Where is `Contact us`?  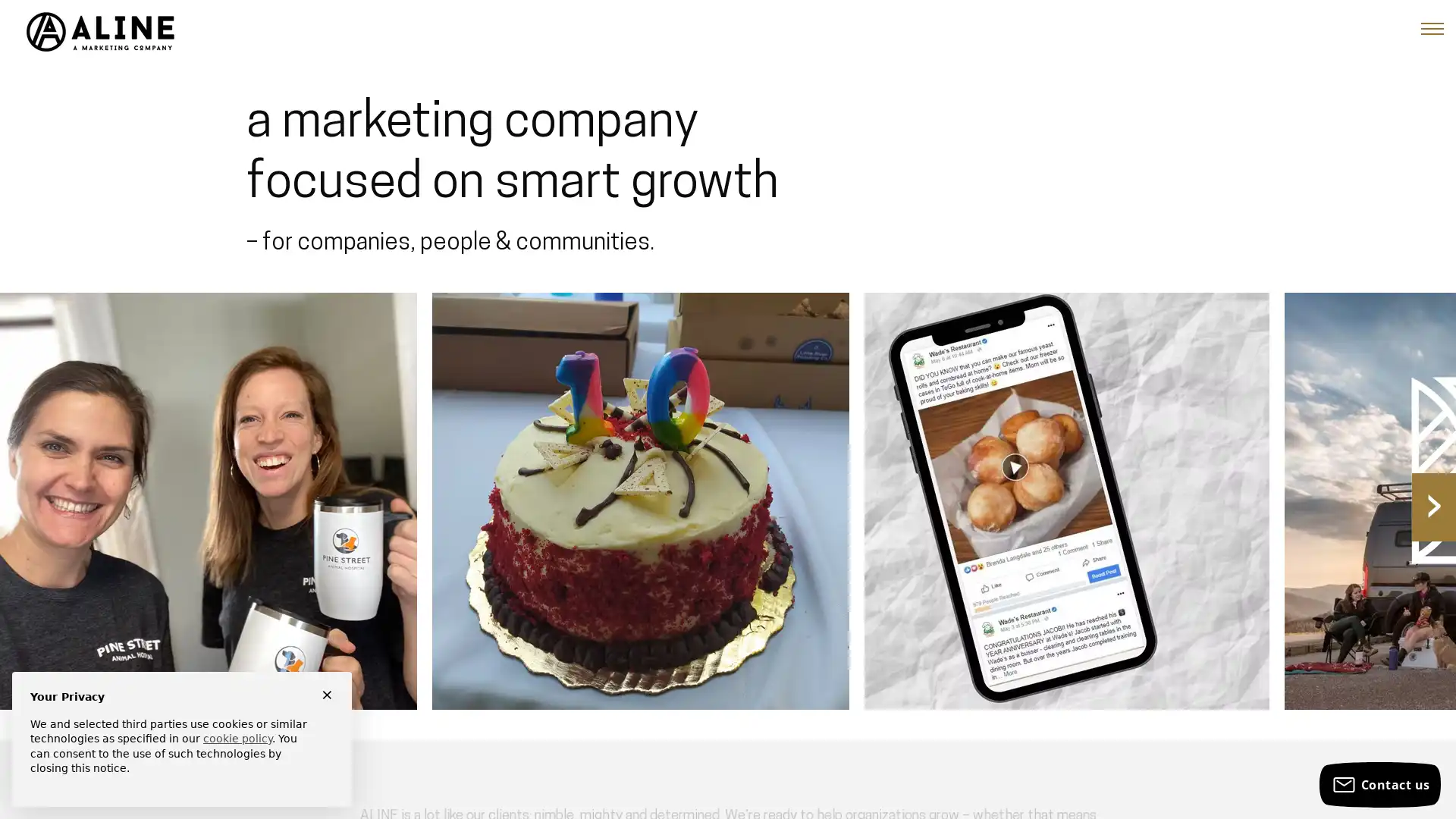
Contact us is located at coordinates (1379, 784).